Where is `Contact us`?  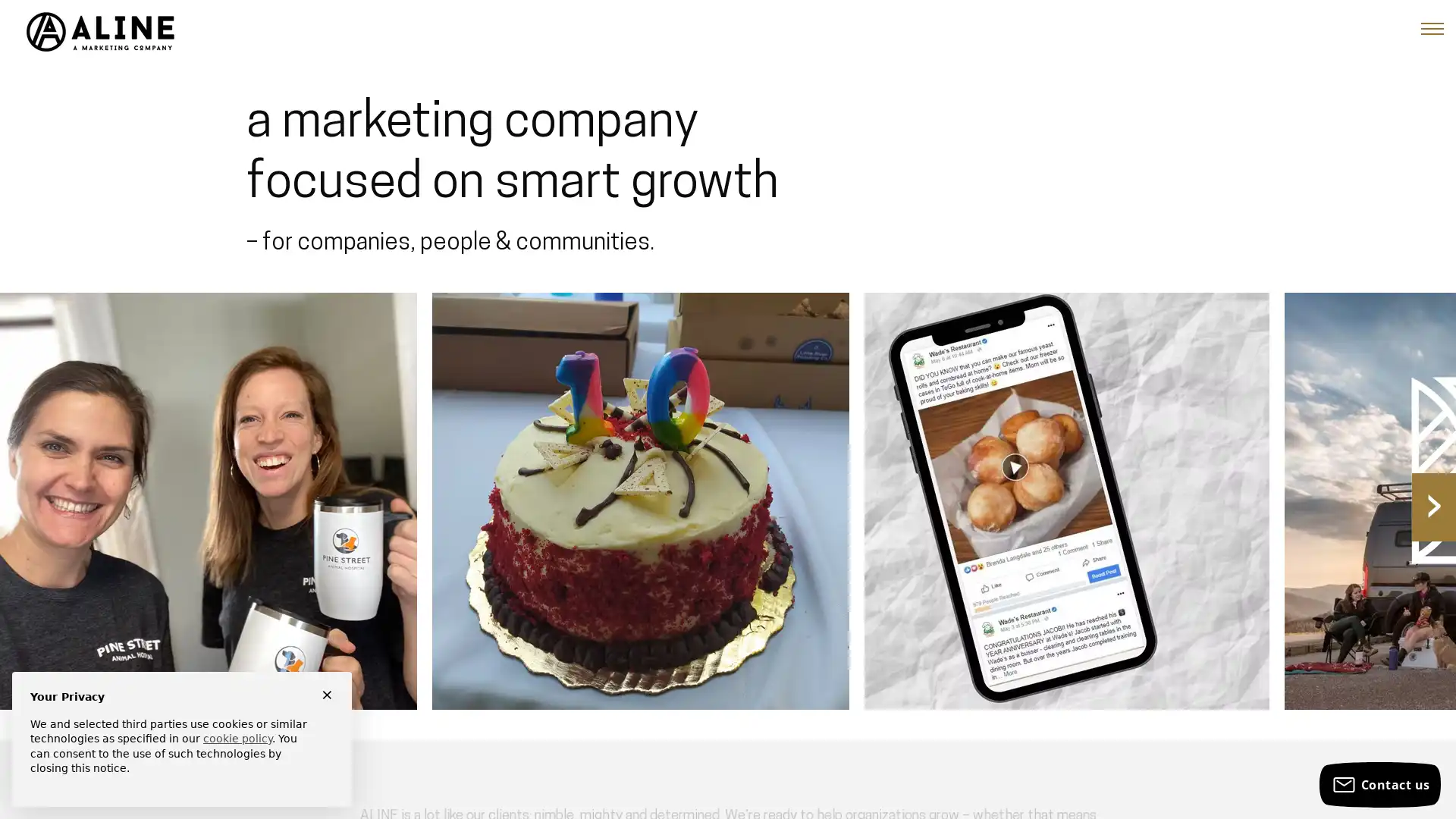
Contact us is located at coordinates (1379, 784).